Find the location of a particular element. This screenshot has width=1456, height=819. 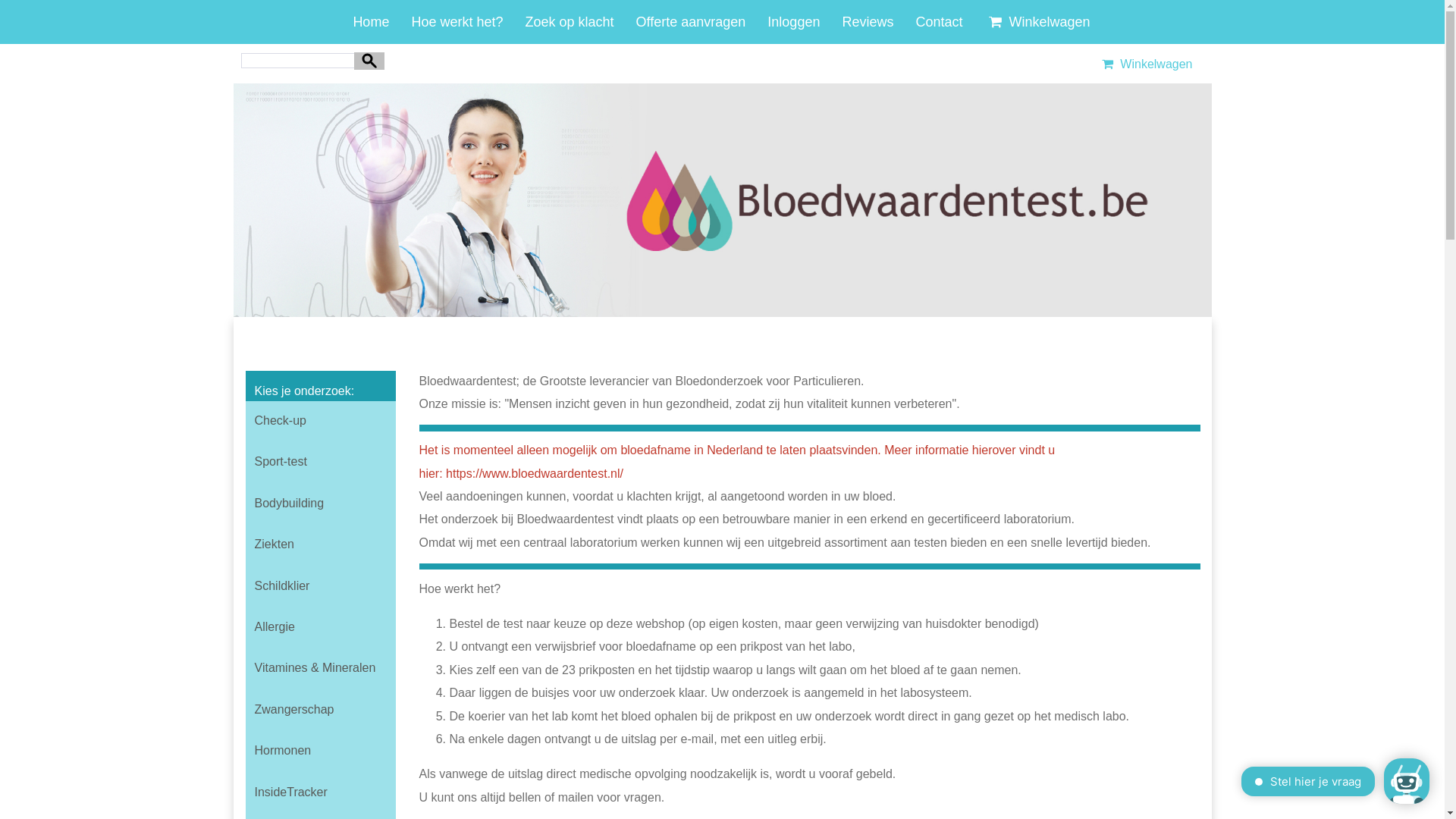

'trengo-widget-status' is located at coordinates (1270, 783).